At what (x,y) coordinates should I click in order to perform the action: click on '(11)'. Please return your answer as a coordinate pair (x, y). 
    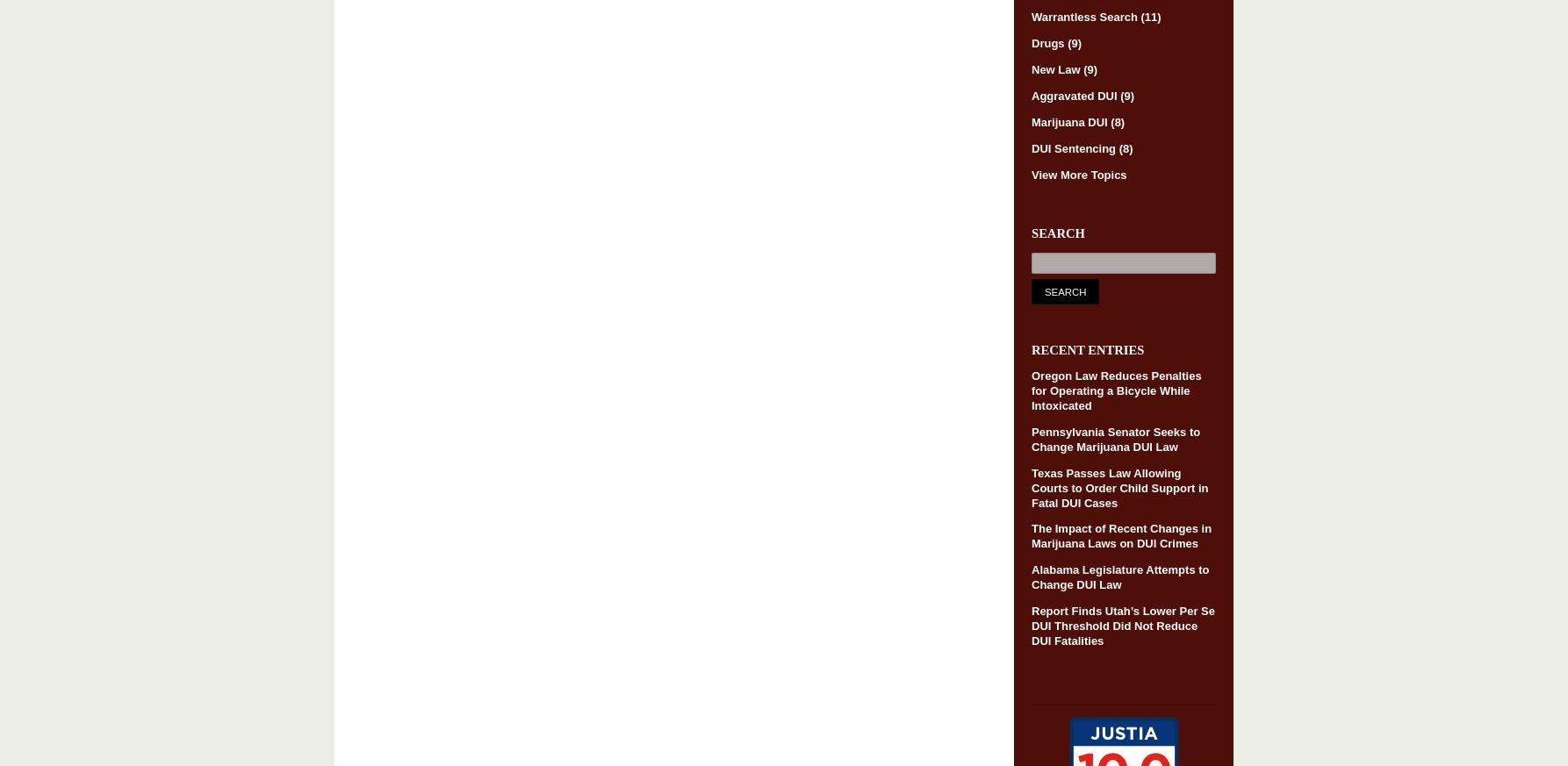
    Looking at the image, I should click on (1140, 16).